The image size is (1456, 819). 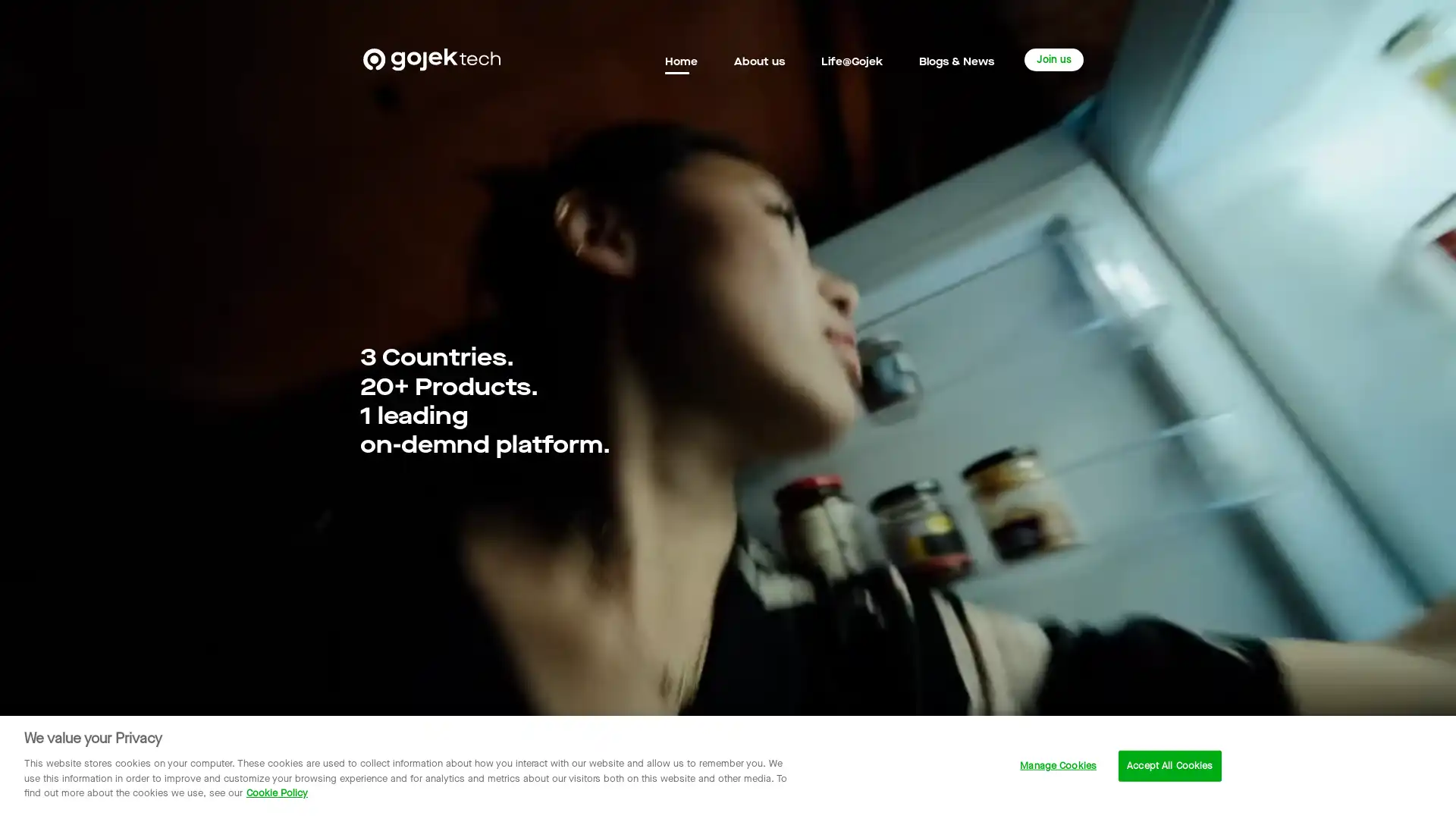 I want to click on Manage Cookies, so click(x=1057, y=766).